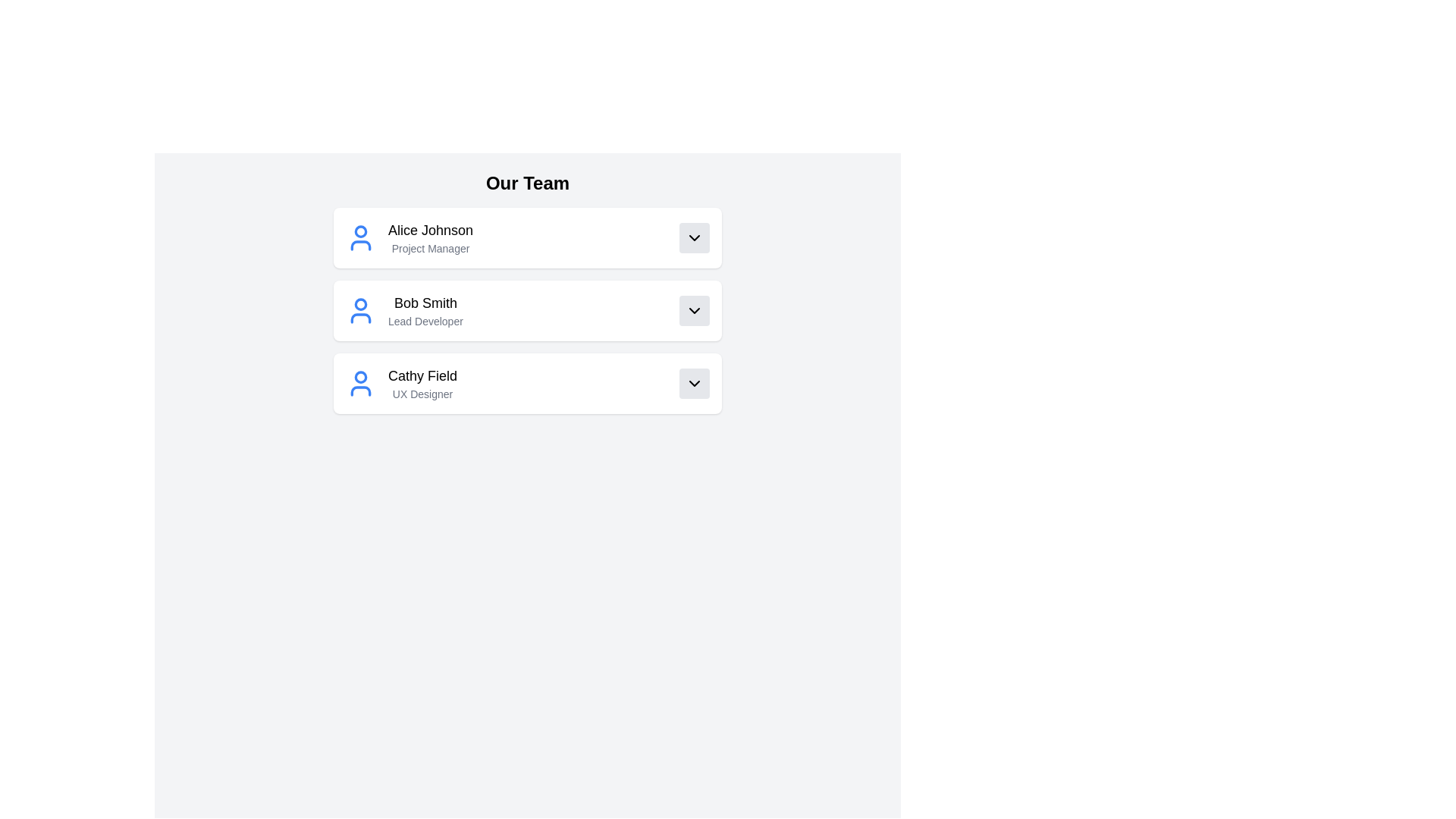 The width and height of the screenshot is (1456, 819). What do you see at coordinates (430, 247) in the screenshot?
I see `the text label displaying the title 'Project Manager' which is styled in gray color and positioned below 'Alice Johnson' in the 'Our Team' section` at bounding box center [430, 247].